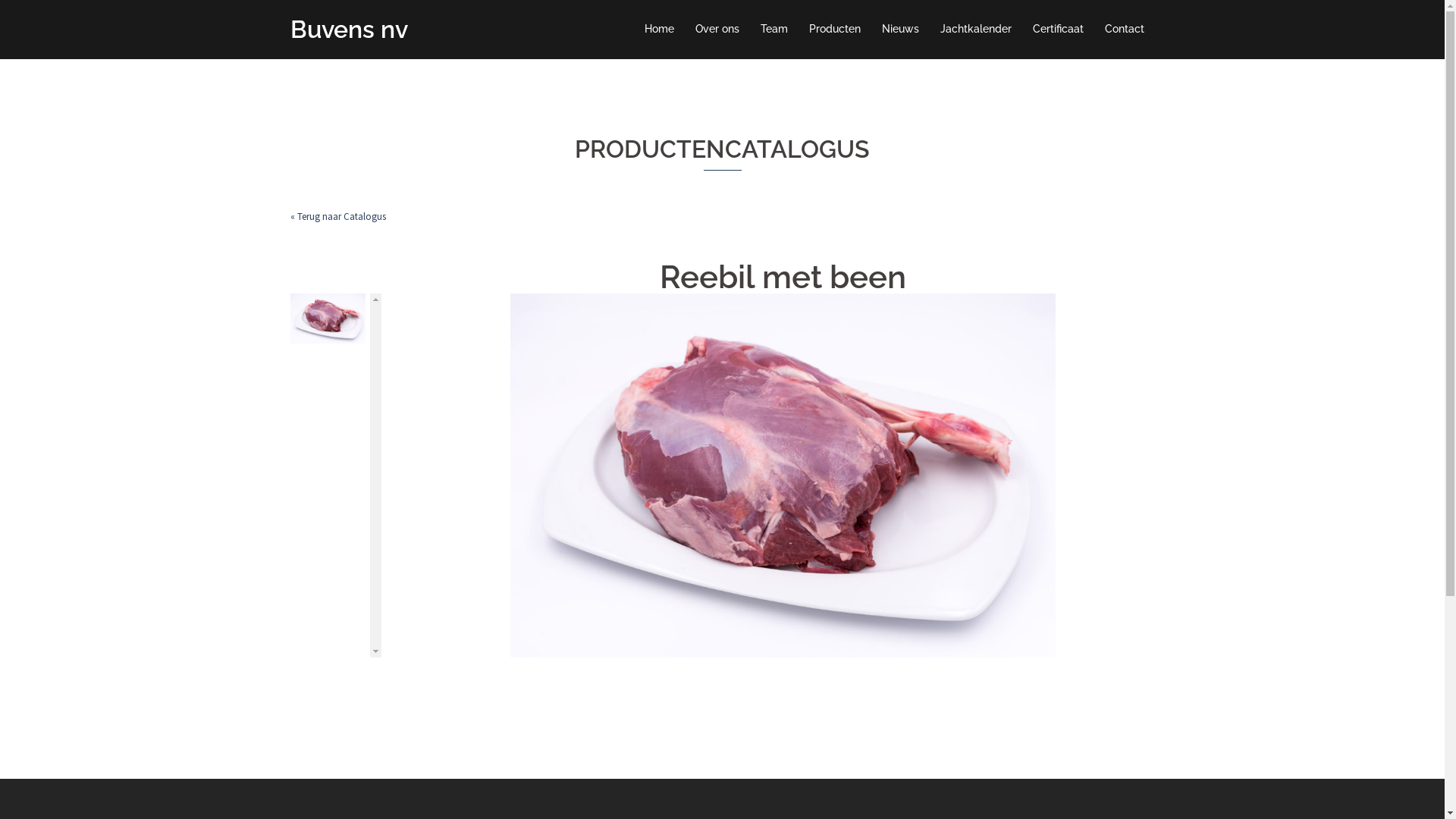  Describe the element at coordinates (1057, 29) in the screenshot. I see `'Certificaat'` at that location.